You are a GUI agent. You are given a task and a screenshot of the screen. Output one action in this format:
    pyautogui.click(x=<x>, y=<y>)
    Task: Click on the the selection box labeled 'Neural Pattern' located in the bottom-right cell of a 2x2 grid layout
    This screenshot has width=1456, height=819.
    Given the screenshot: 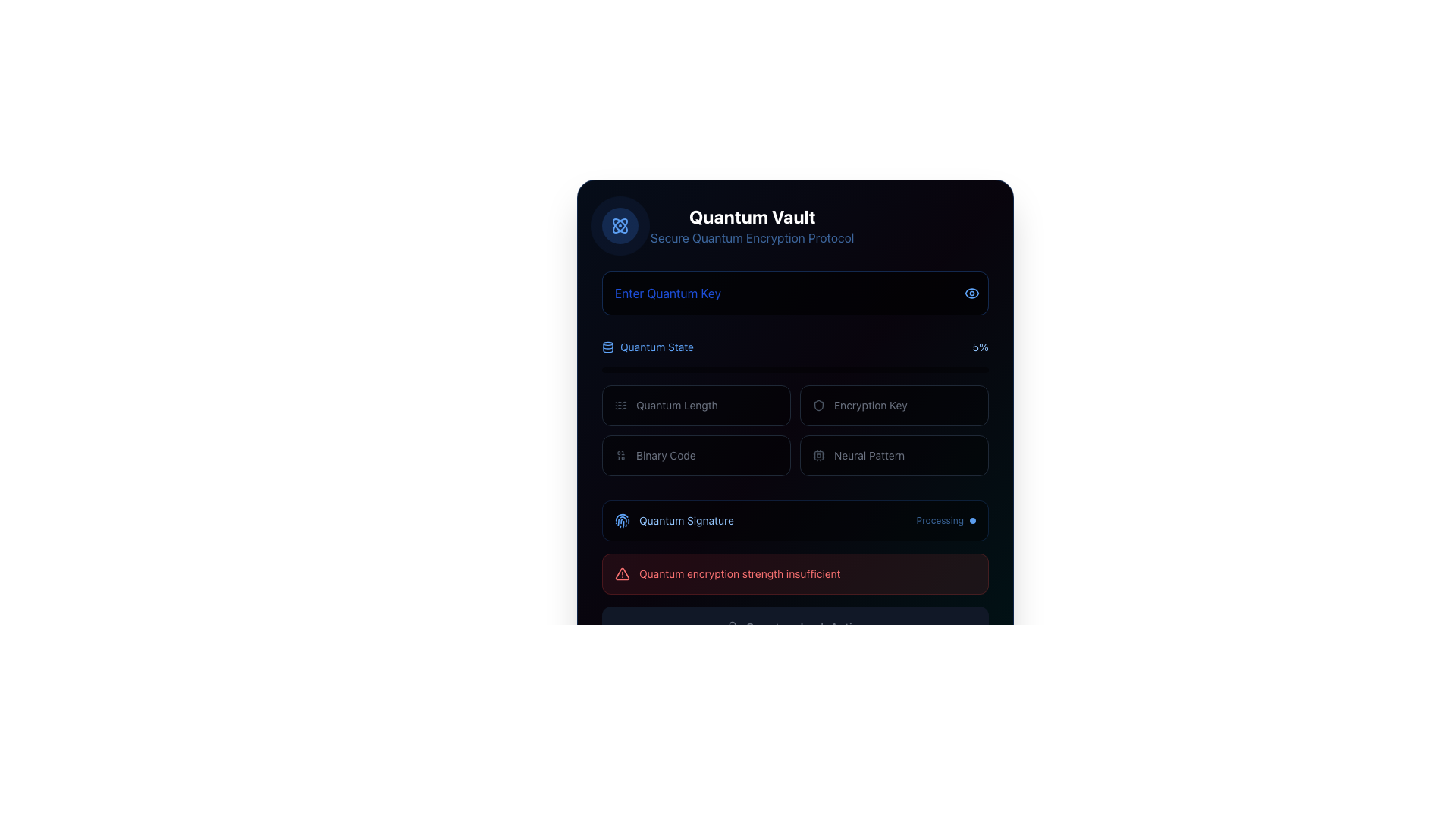 What is the action you would take?
    pyautogui.click(x=894, y=455)
    